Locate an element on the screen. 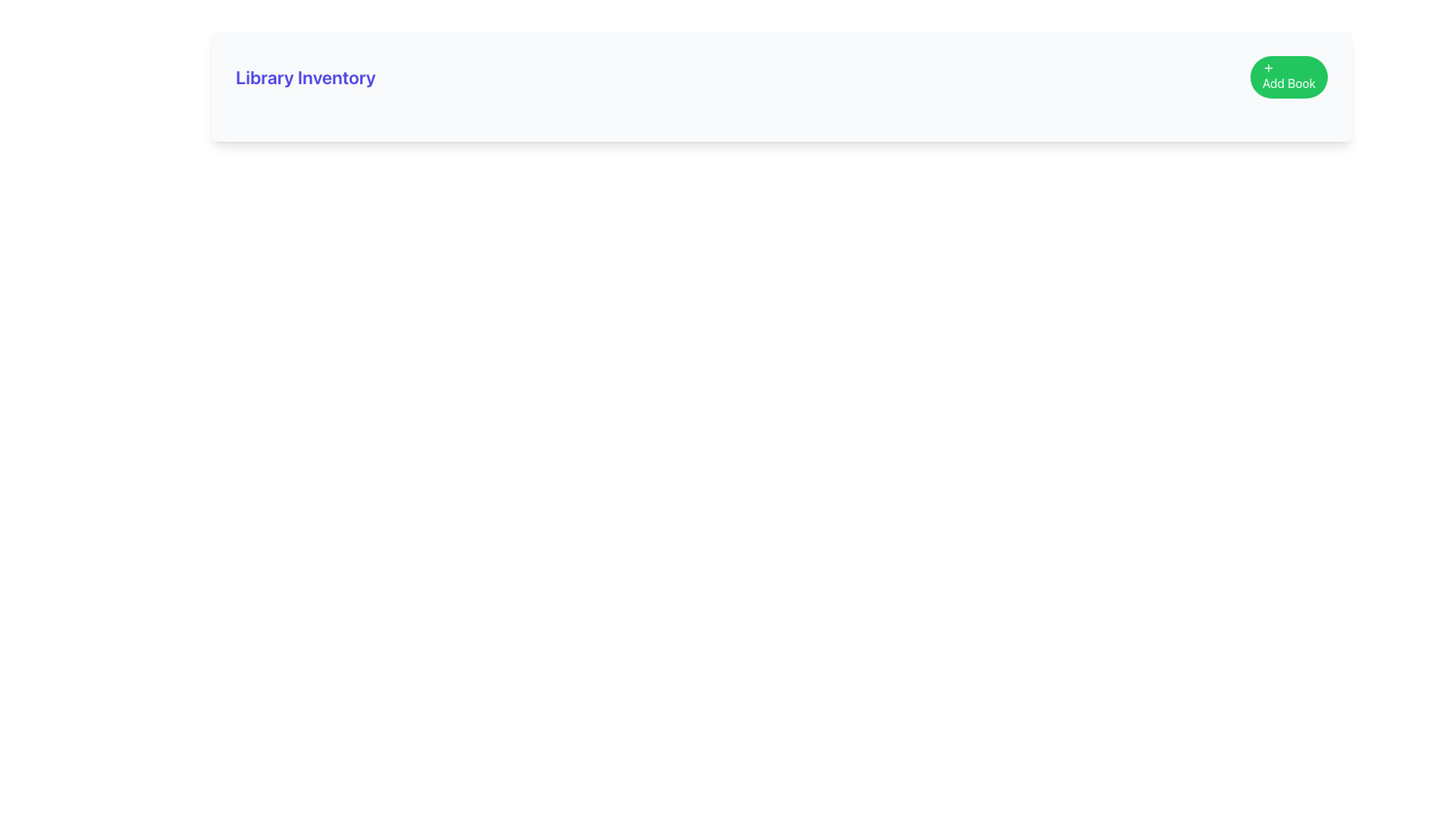  the plus icon located within the green 'Add Book' button, positioned in the upper-right corner of the interface is located at coordinates (1268, 67).